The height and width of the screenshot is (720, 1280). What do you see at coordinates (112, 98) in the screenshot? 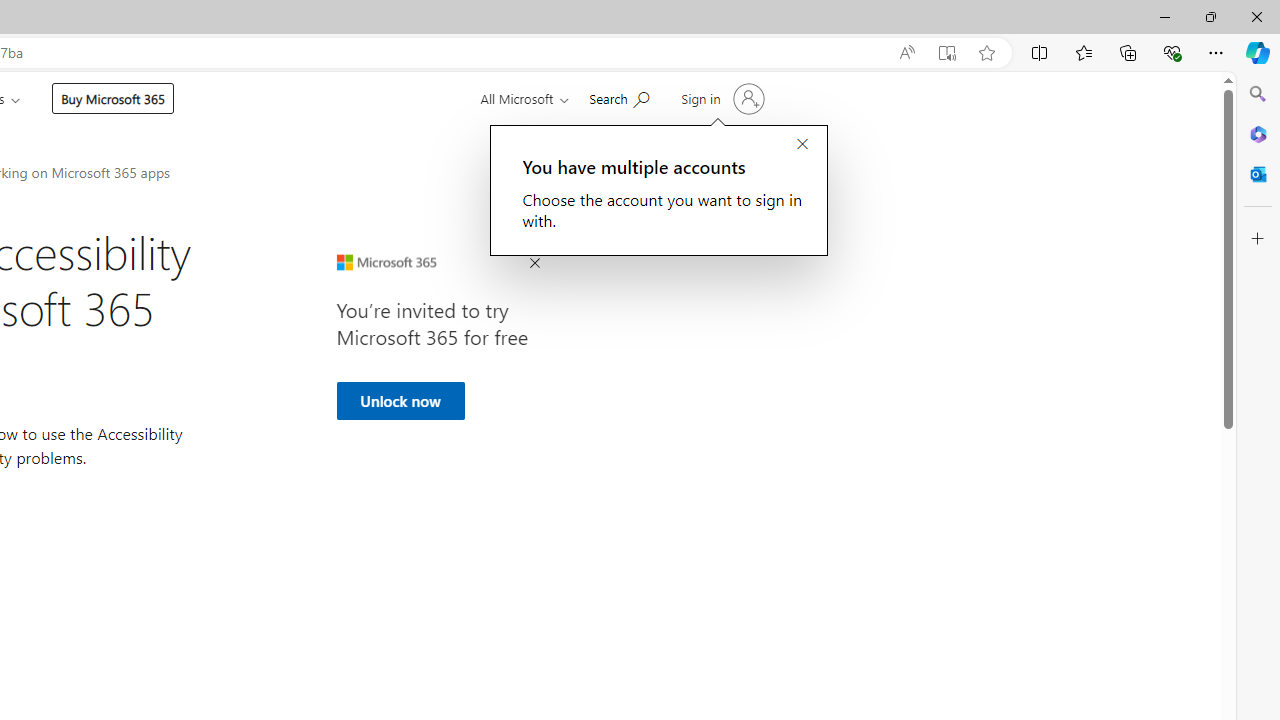
I see `'Buy Microsoft 365'` at bounding box center [112, 98].